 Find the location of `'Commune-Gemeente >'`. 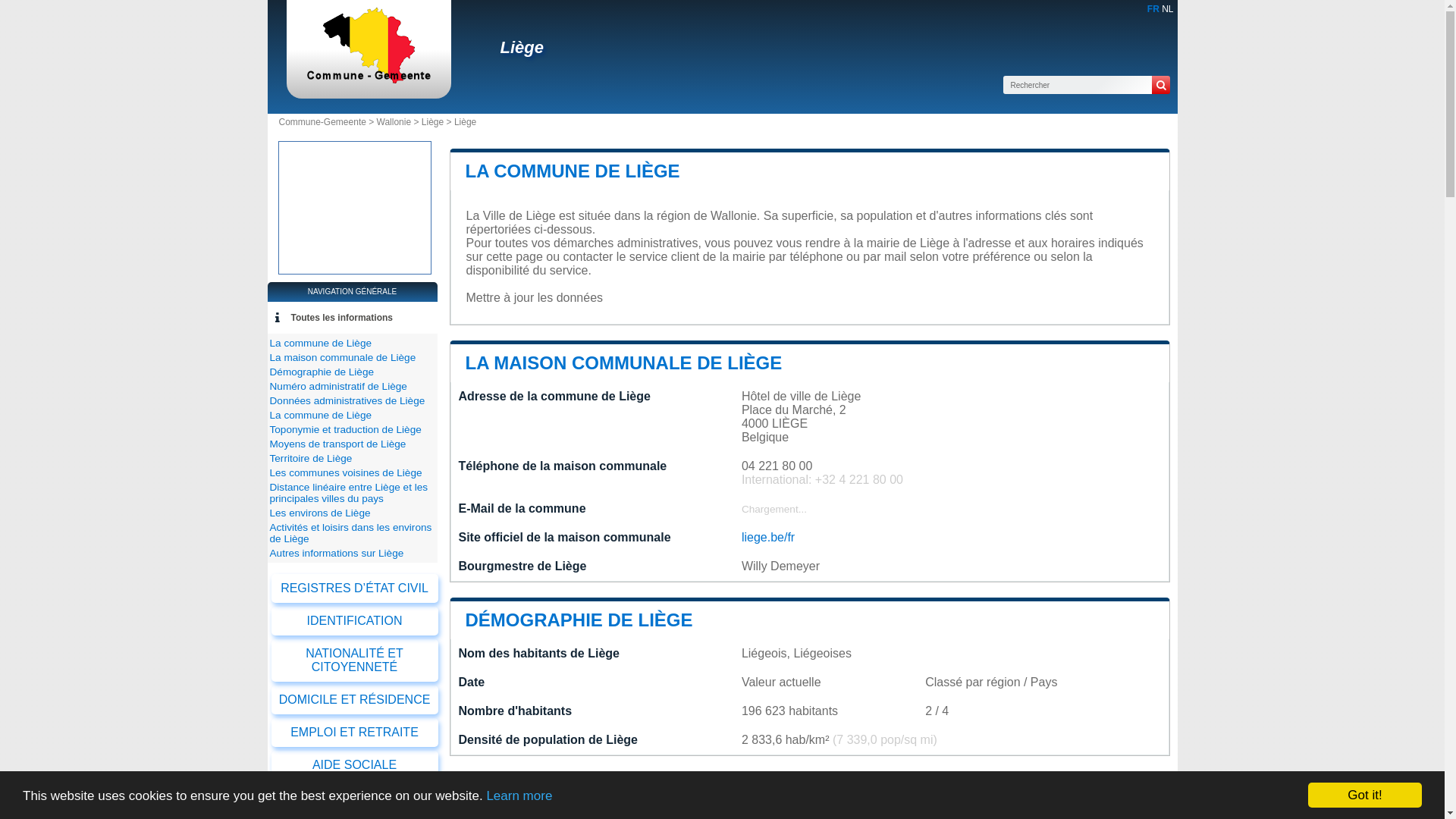

'Commune-Gemeente >' is located at coordinates (327, 121).